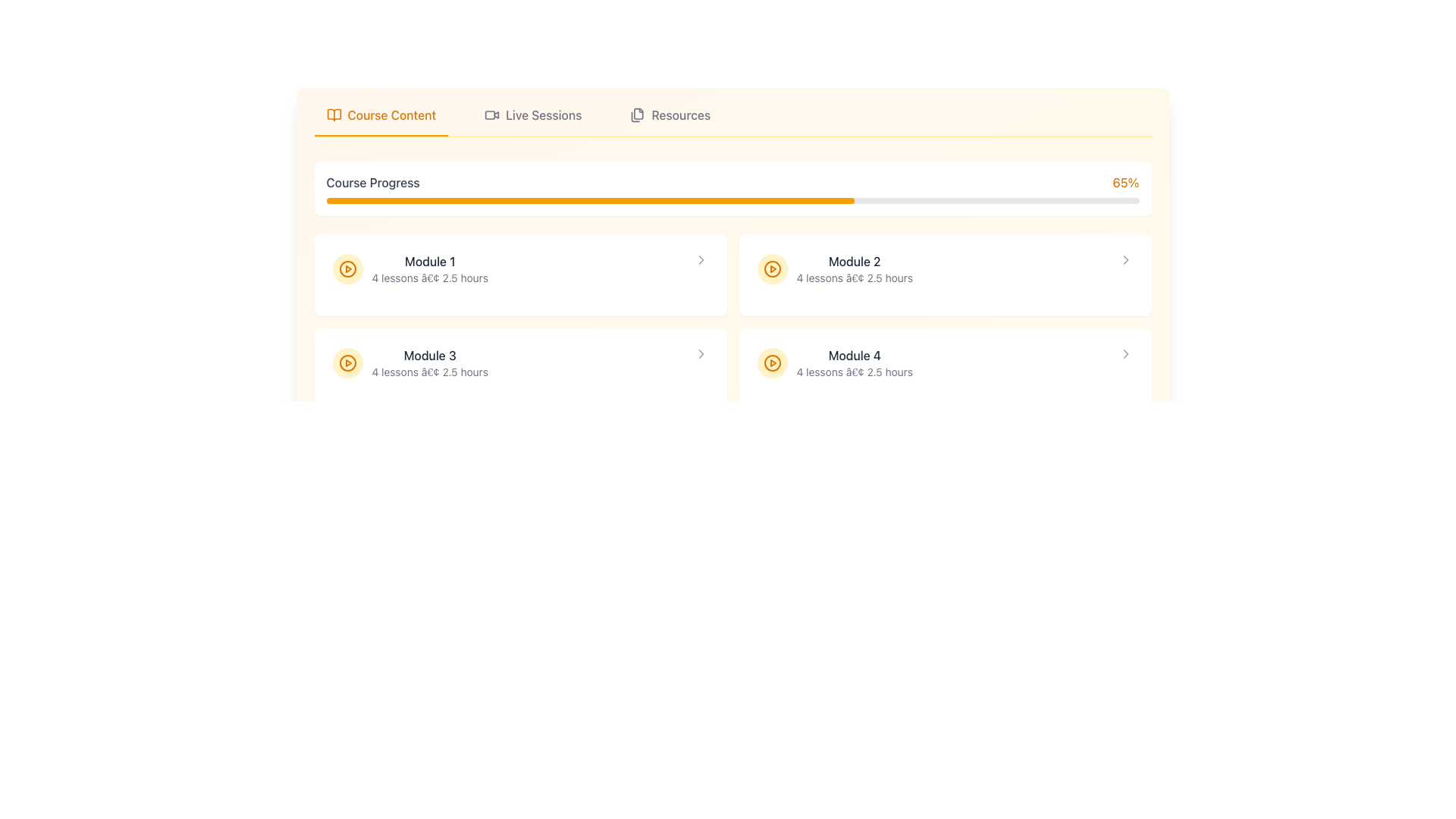  I want to click on the graphic icon resembling a stack of paper files in the navigation menu, so click(638, 114).